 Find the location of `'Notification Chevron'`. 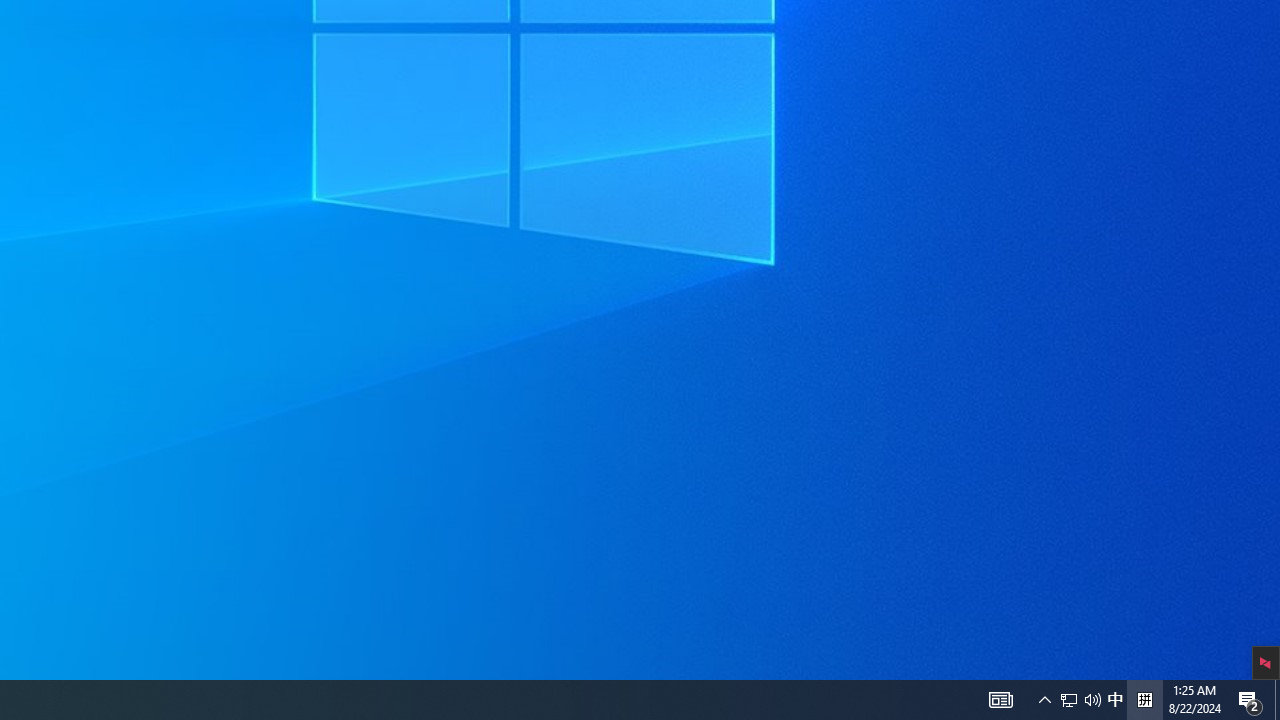

'Notification Chevron' is located at coordinates (1044, 698).